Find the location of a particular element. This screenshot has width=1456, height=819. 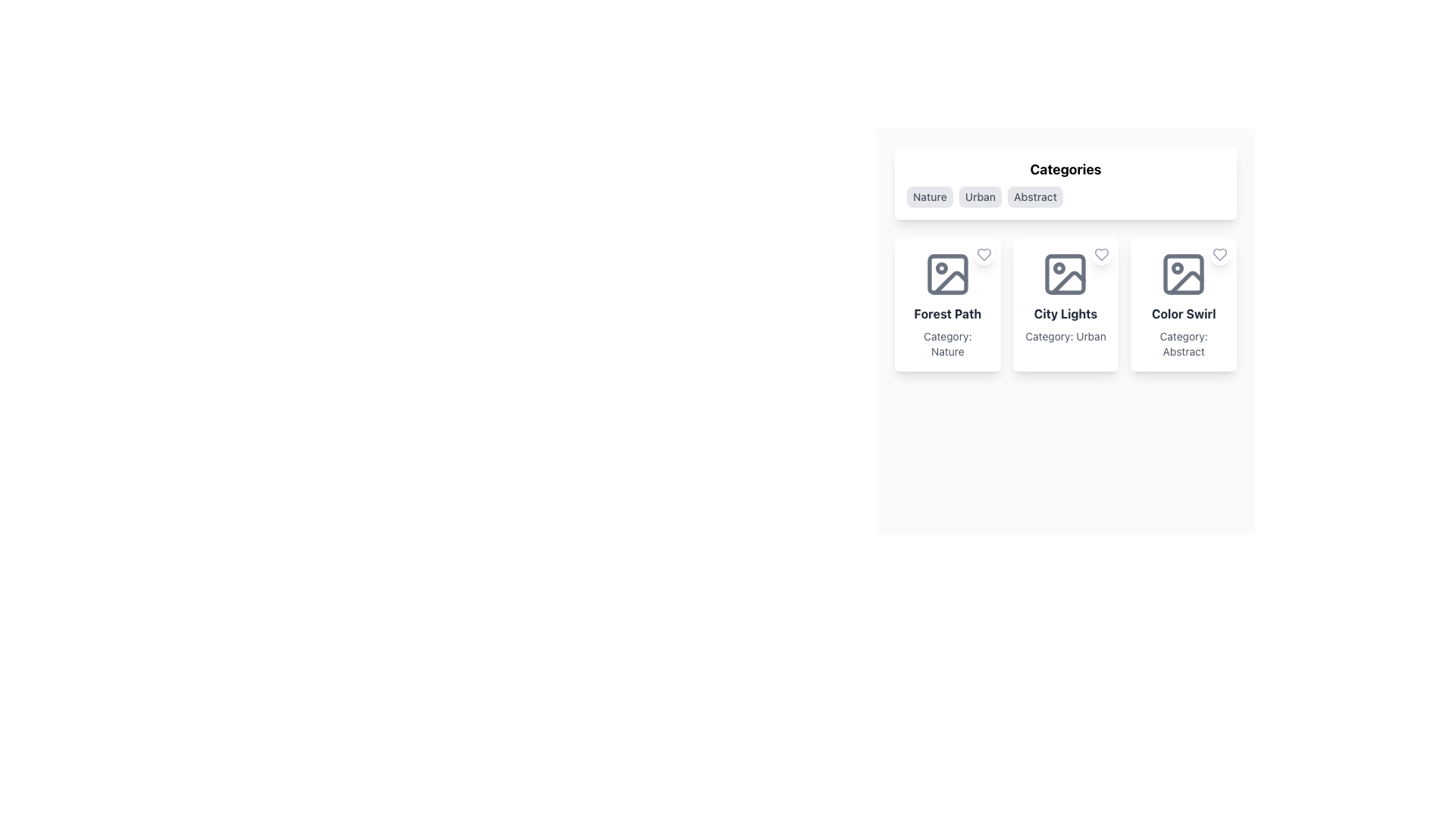

the first category card in the grid display, which is positioned at the coordinates provided is located at coordinates (946, 304).